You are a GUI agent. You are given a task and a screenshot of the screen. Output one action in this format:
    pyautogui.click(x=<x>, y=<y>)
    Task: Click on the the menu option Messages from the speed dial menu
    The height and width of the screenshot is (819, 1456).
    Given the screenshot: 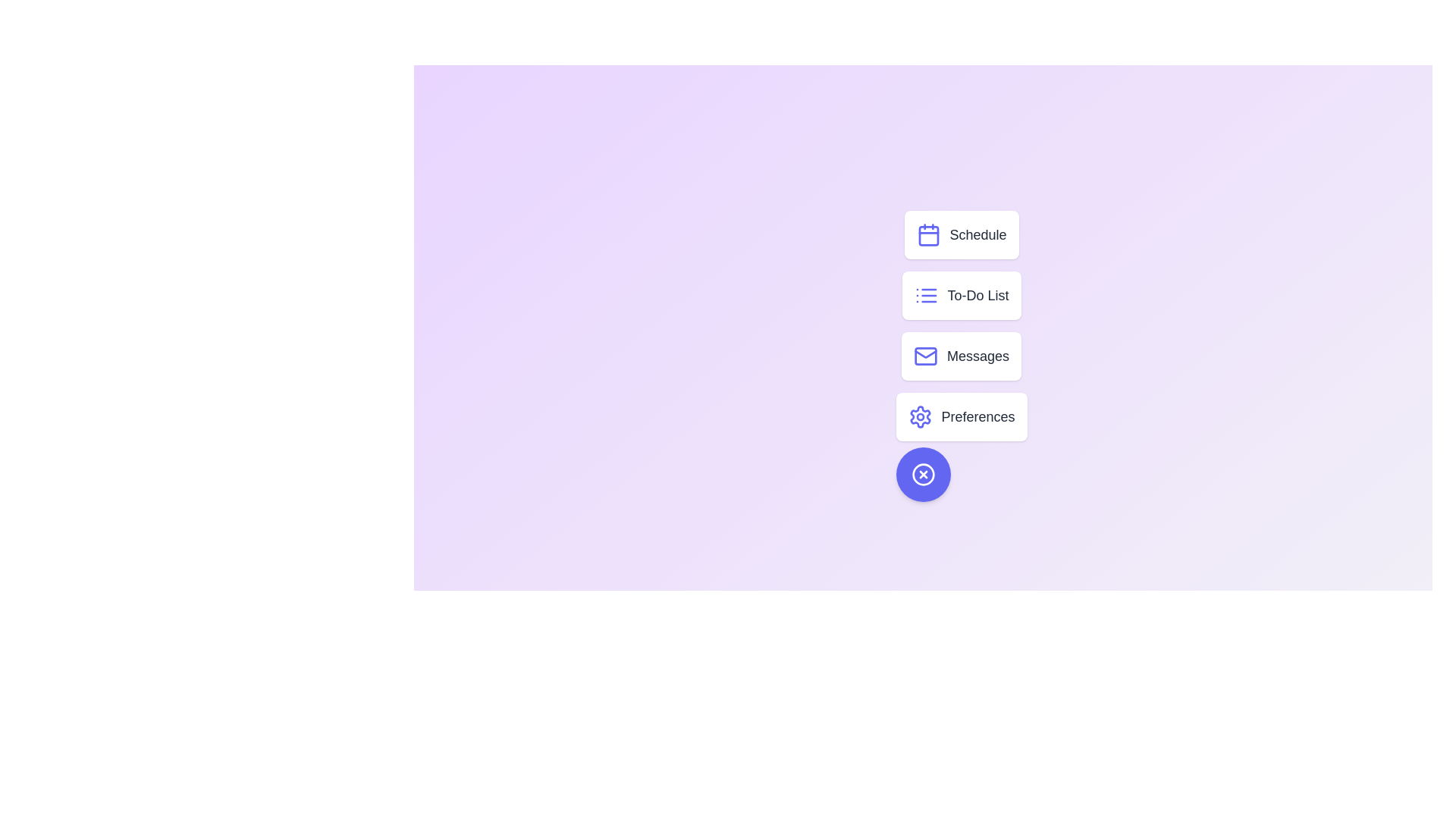 What is the action you would take?
    pyautogui.click(x=960, y=356)
    